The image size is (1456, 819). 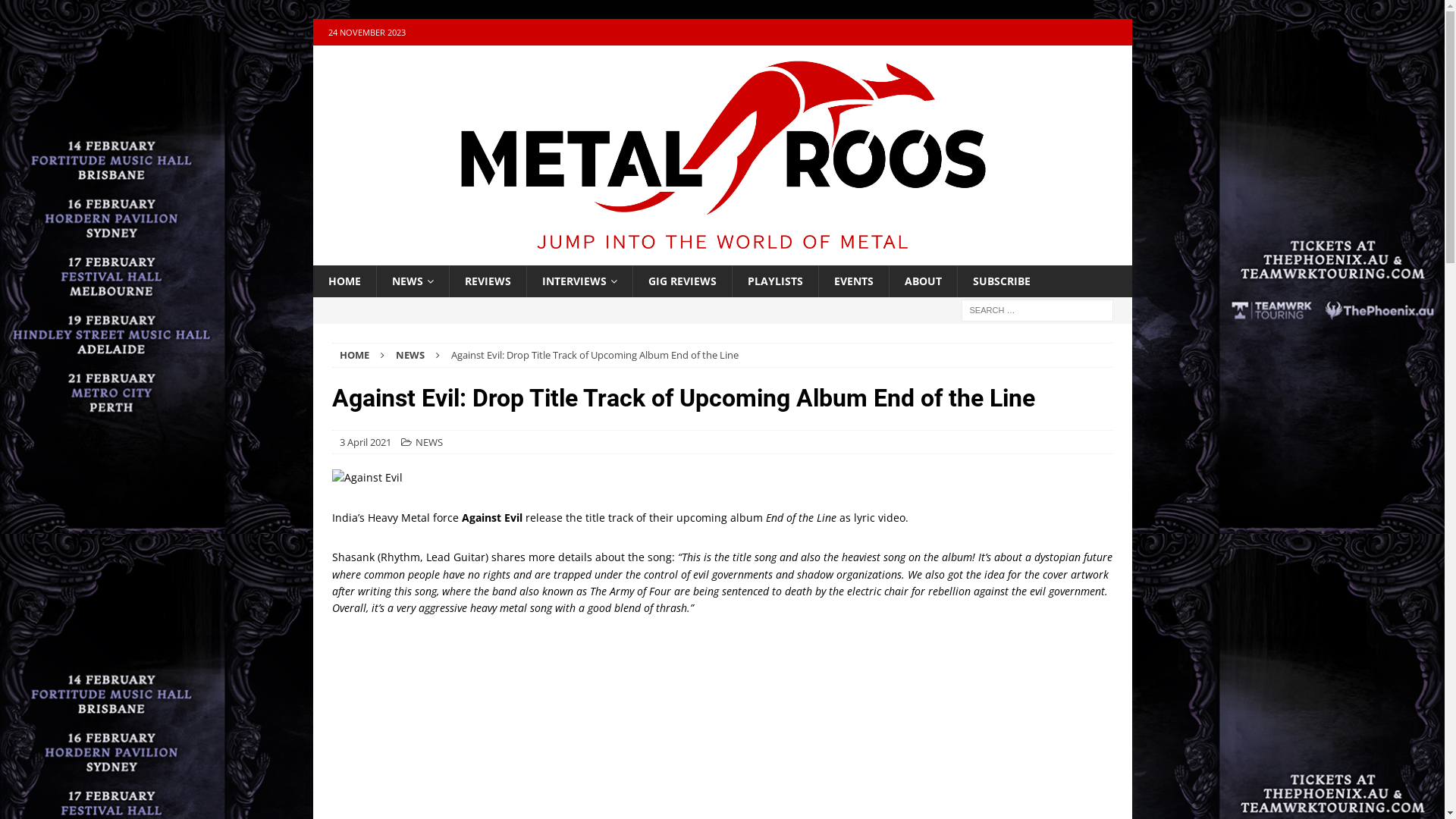 What do you see at coordinates (353, 354) in the screenshot?
I see `'HOME'` at bounding box center [353, 354].